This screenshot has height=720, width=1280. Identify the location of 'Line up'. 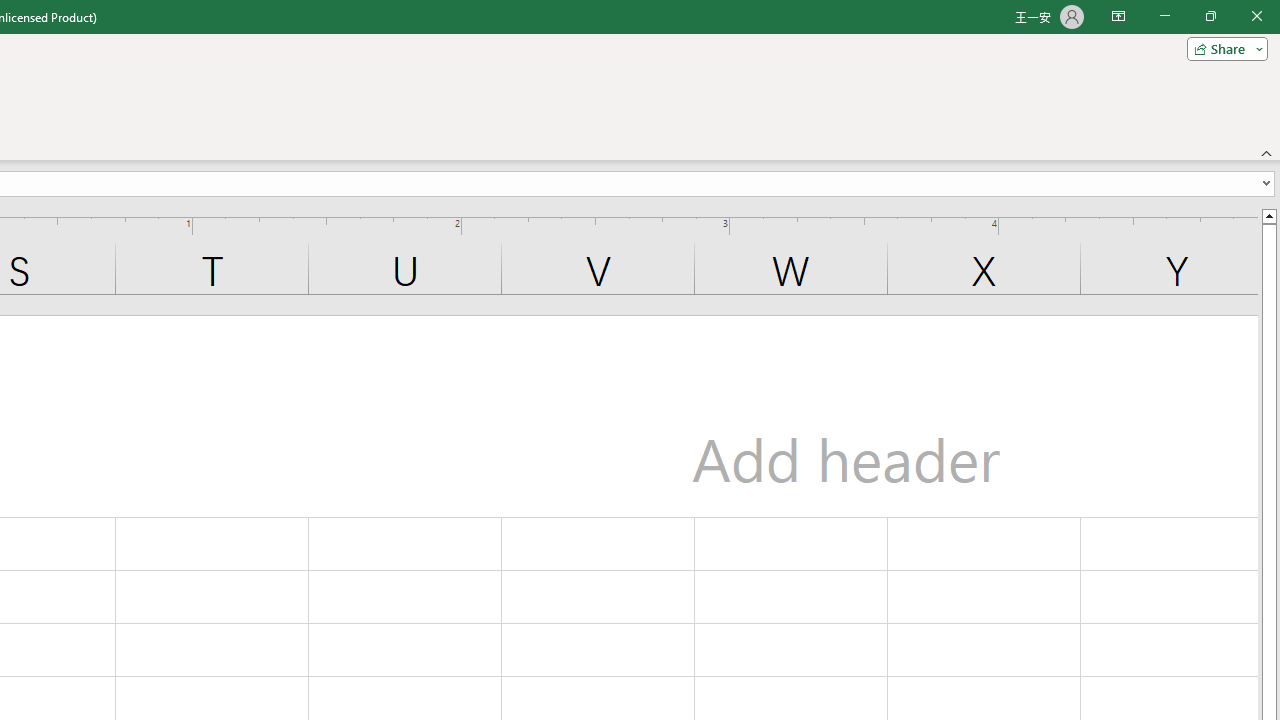
(1268, 215).